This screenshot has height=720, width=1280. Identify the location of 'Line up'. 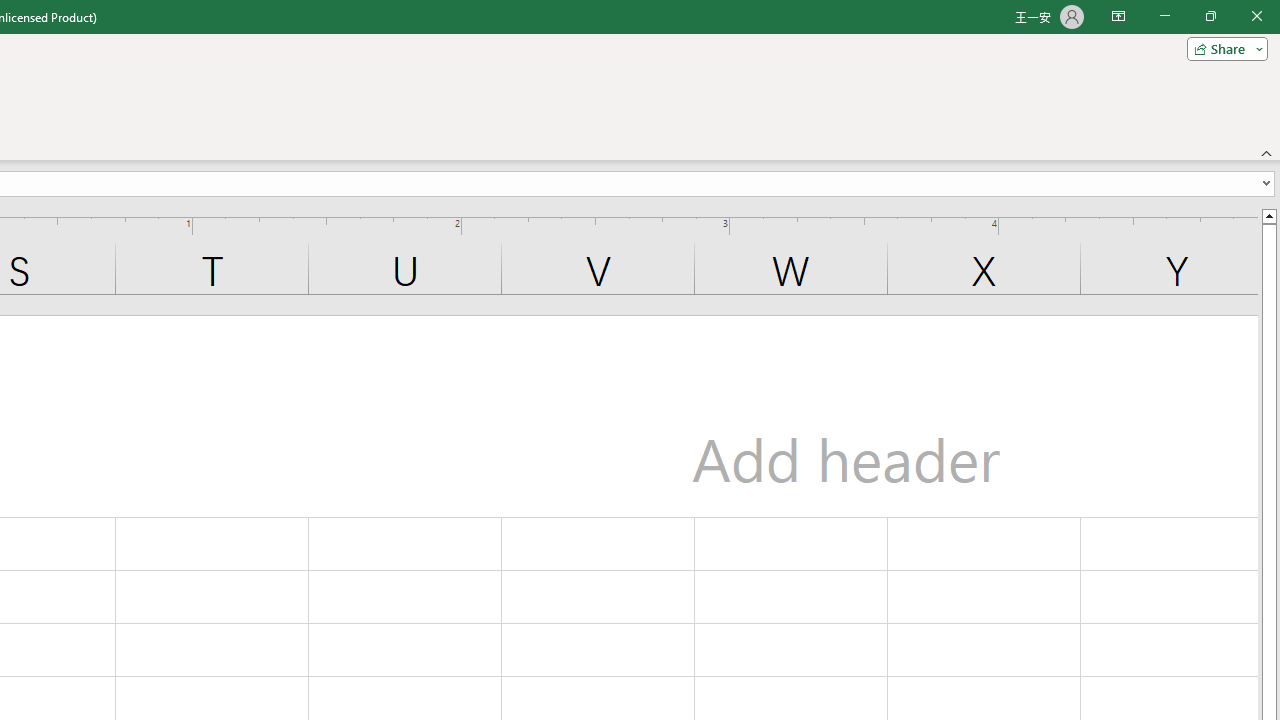
(1268, 215).